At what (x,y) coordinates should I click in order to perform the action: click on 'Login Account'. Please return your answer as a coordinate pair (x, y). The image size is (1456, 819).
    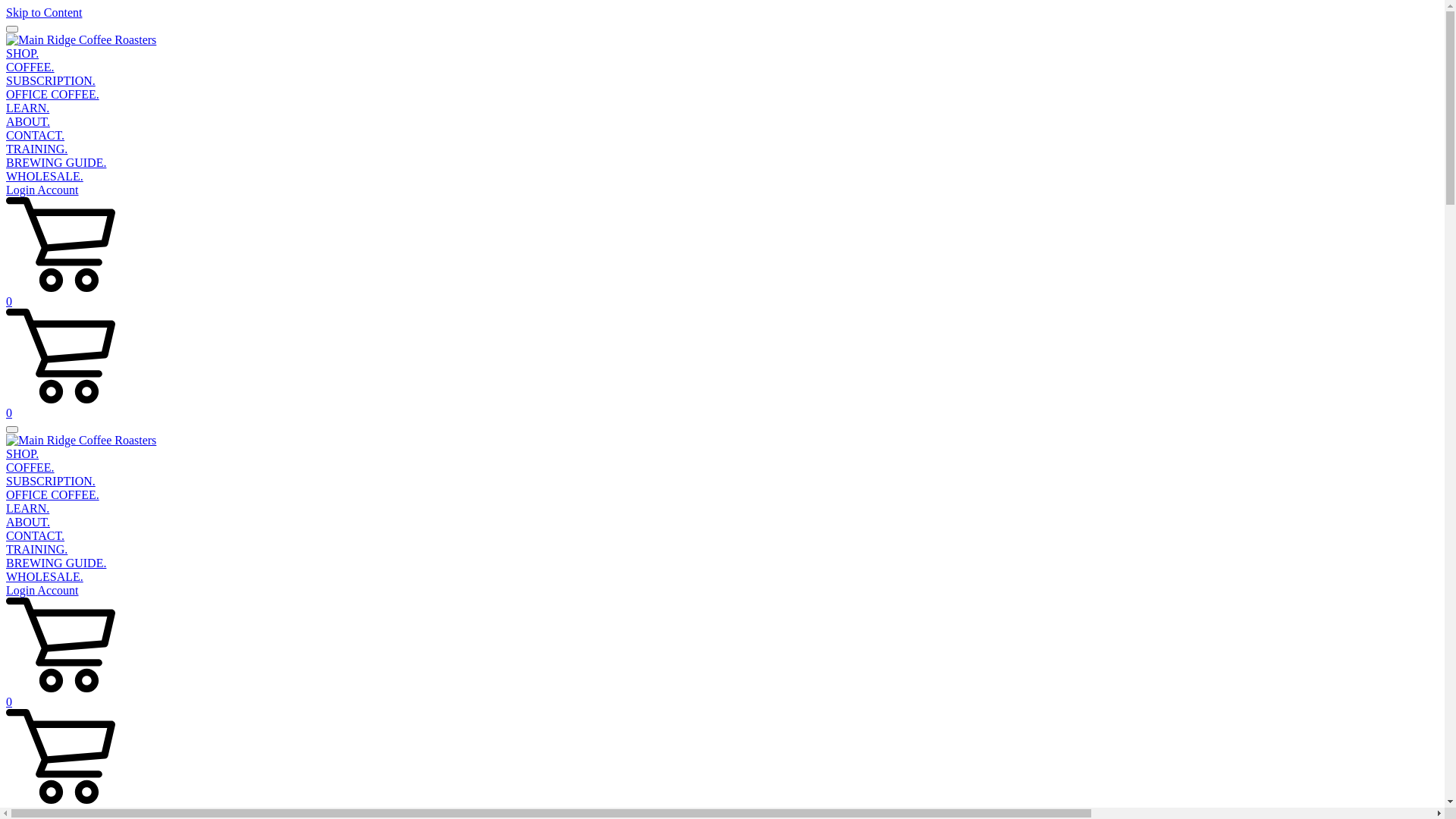
    Looking at the image, I should click on (6, 189).